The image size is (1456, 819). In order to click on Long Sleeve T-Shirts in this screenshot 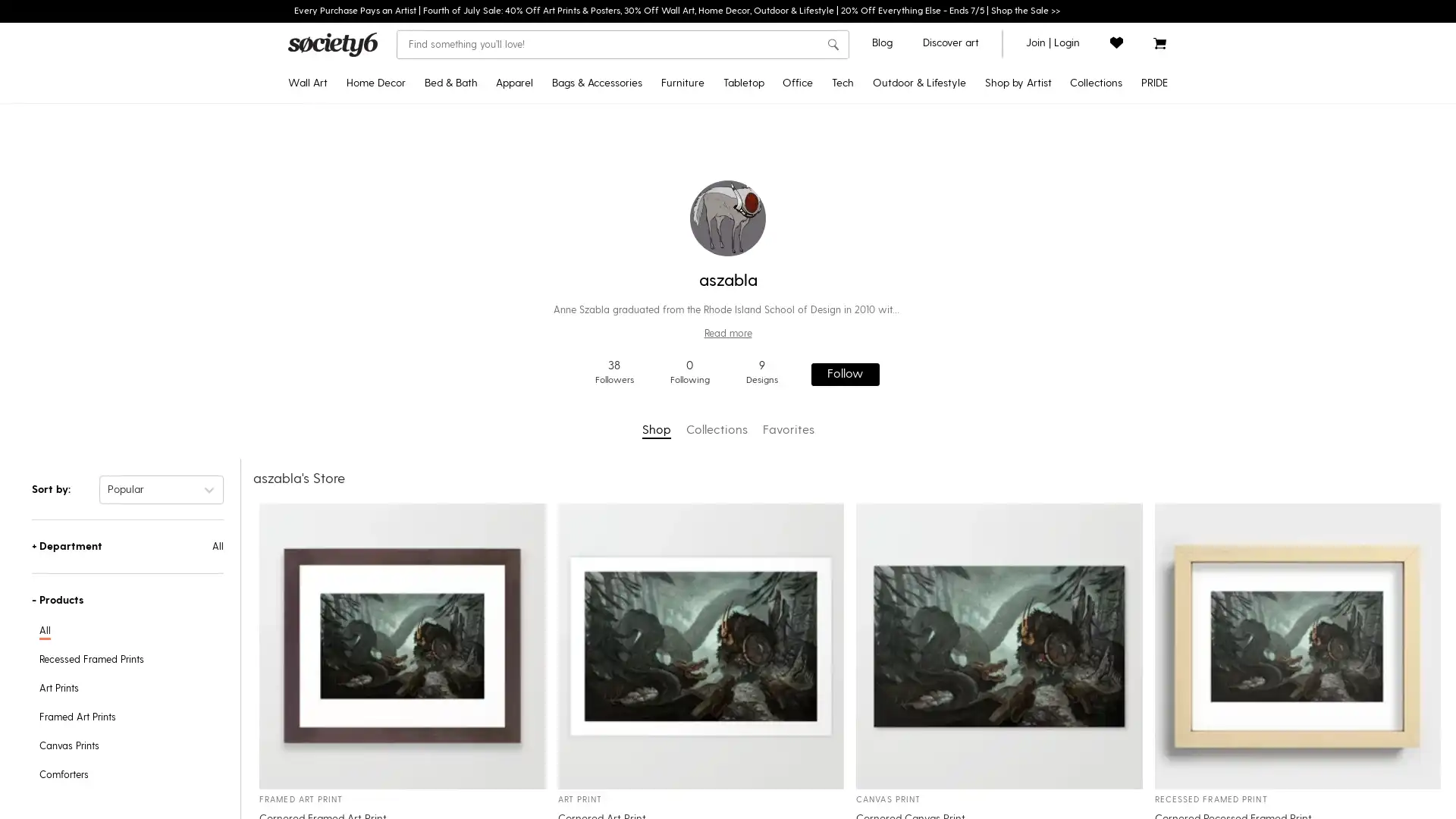, I will do `click(562, 194)`.